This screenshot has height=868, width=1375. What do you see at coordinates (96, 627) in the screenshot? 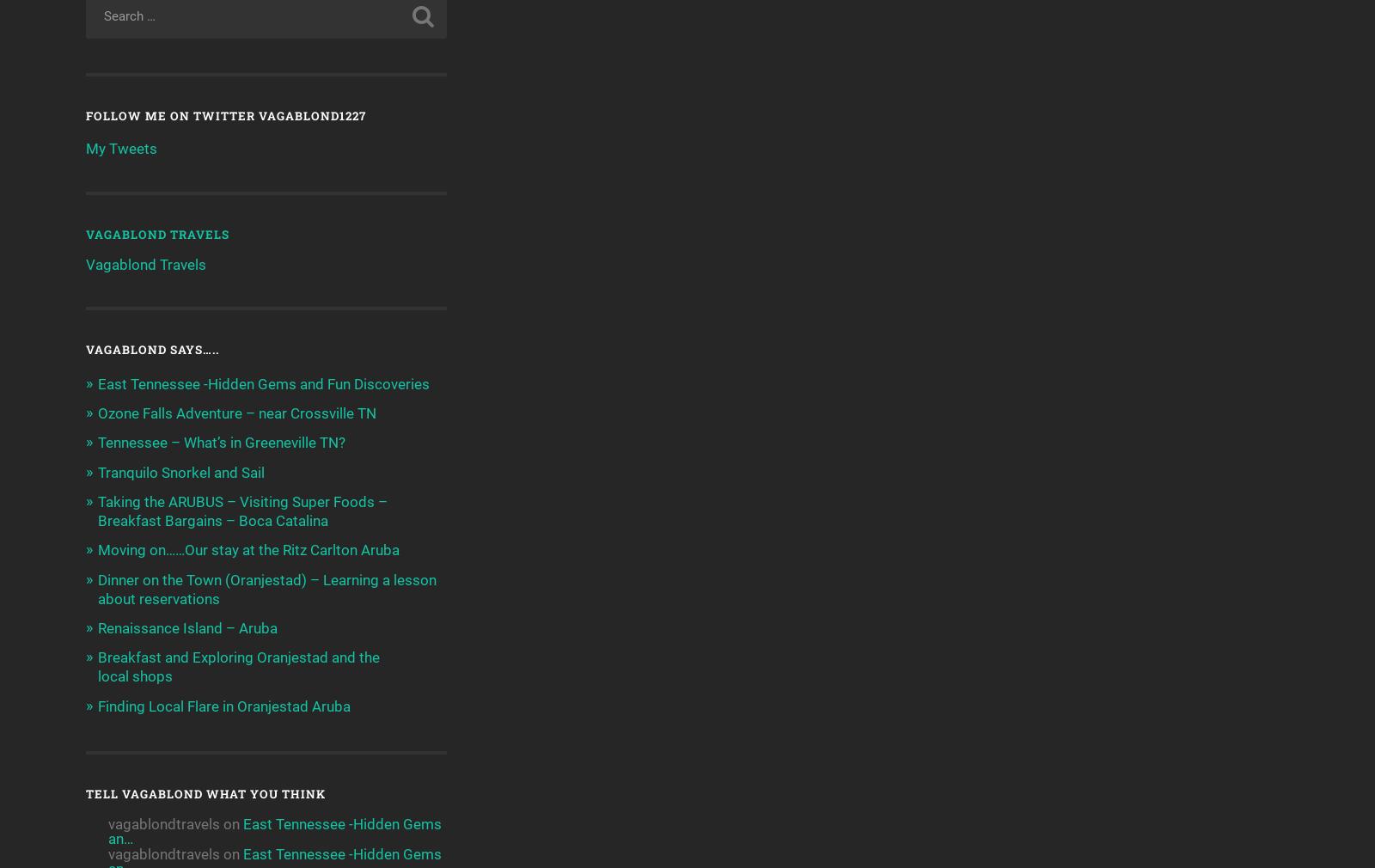
I see `'Renaissance Island – Aruba'` at bounding box center [96, 627].